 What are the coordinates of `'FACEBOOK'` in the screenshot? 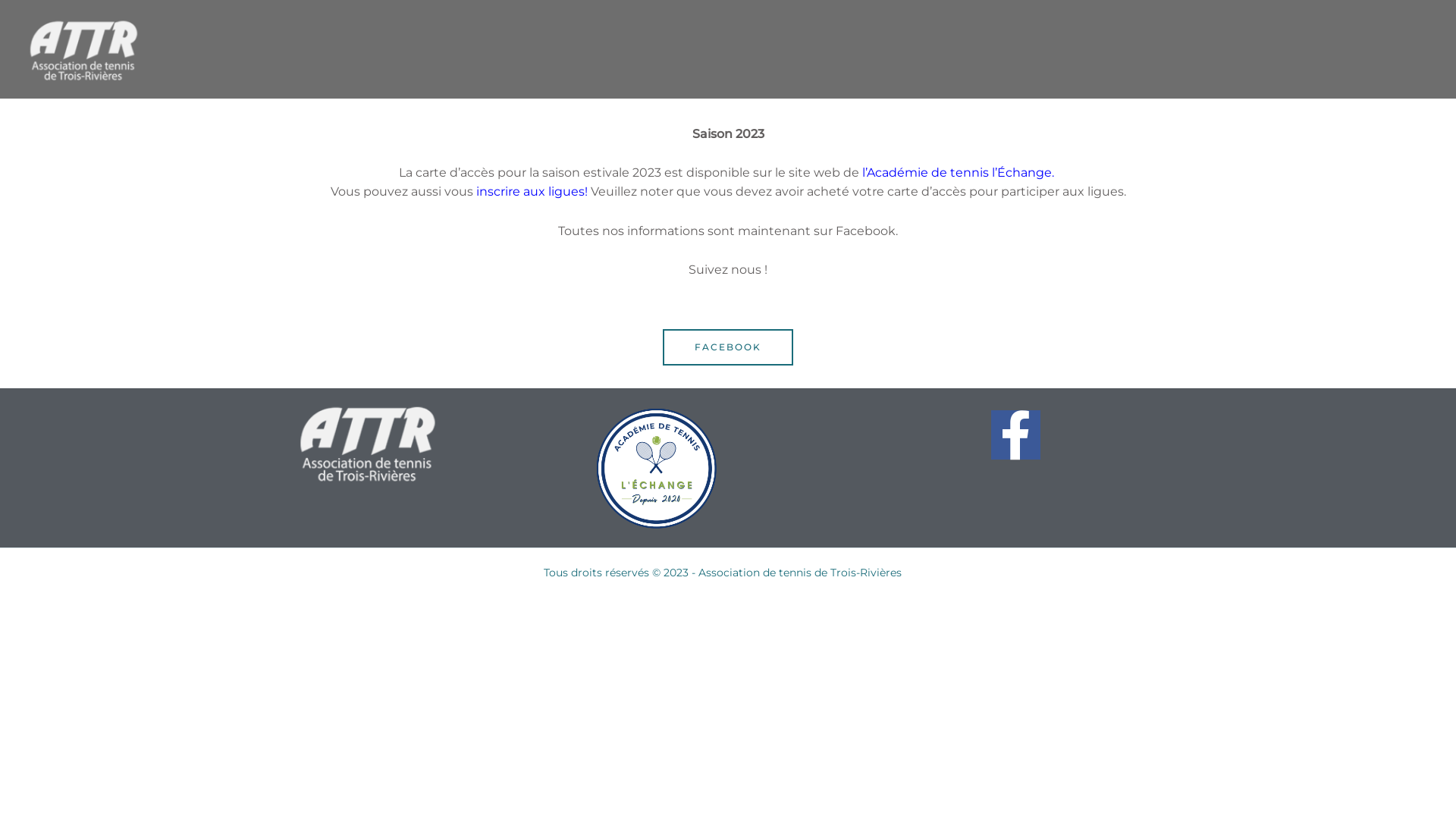 It's located at (728, 347).